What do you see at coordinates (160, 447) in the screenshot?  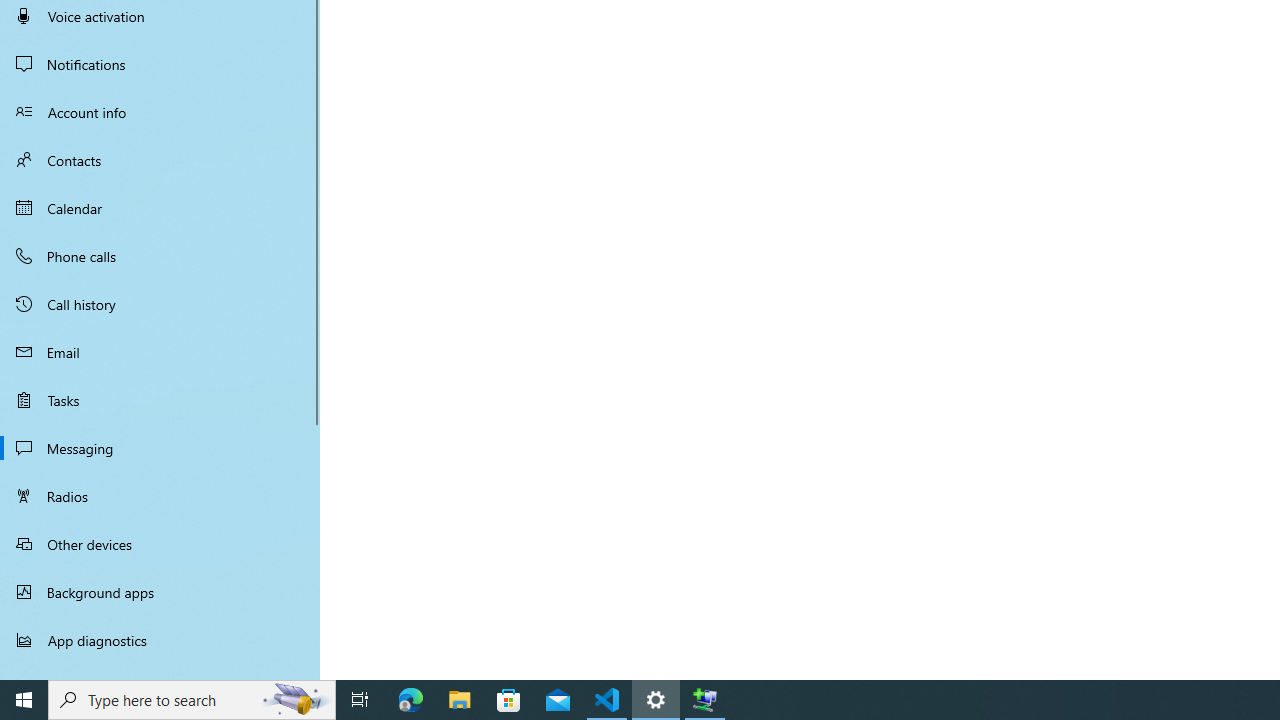 I see `'Messaging'` at bounding box center [160, 447].